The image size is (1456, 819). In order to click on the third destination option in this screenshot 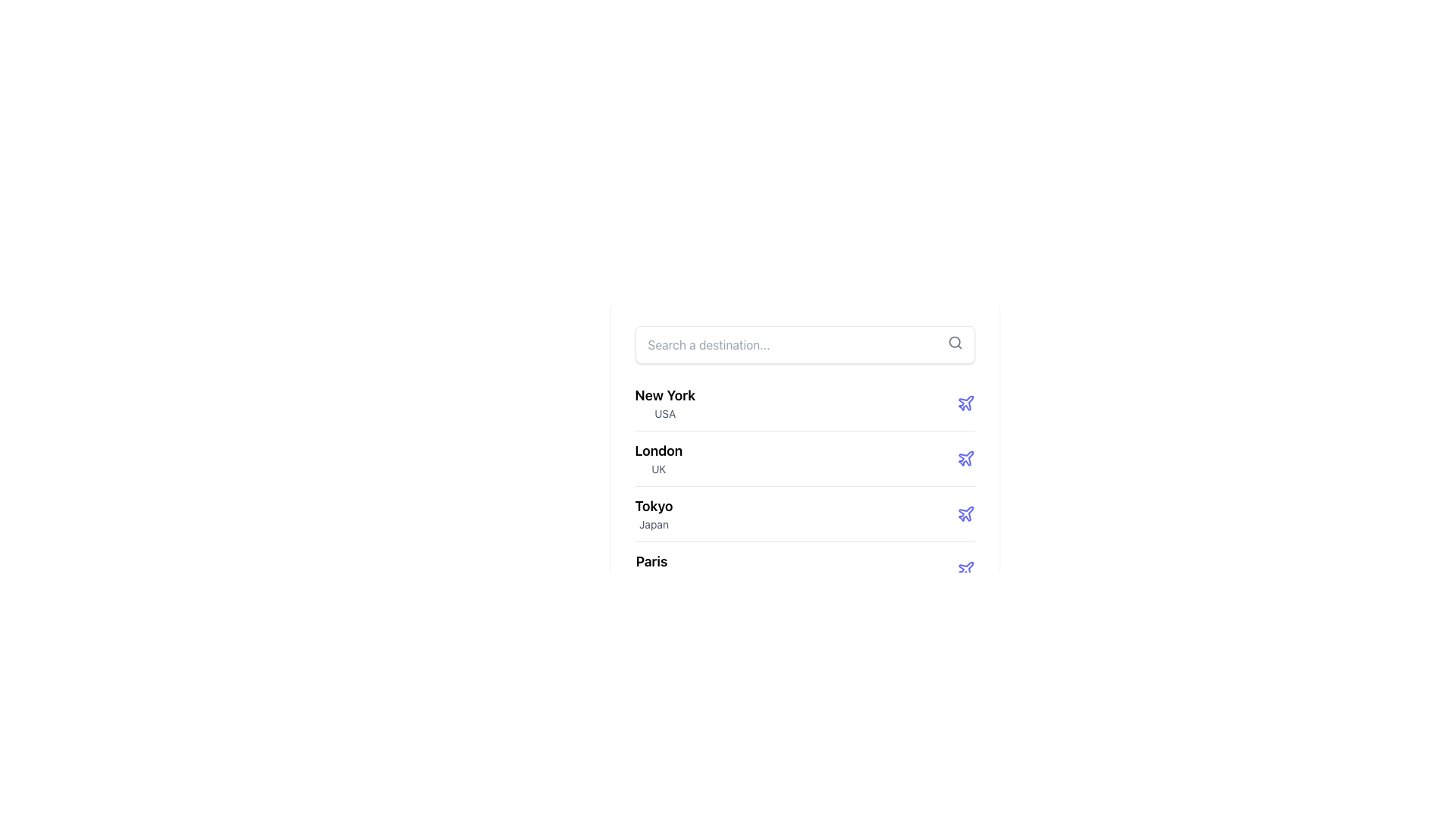, I will do `click(804, 488)`.